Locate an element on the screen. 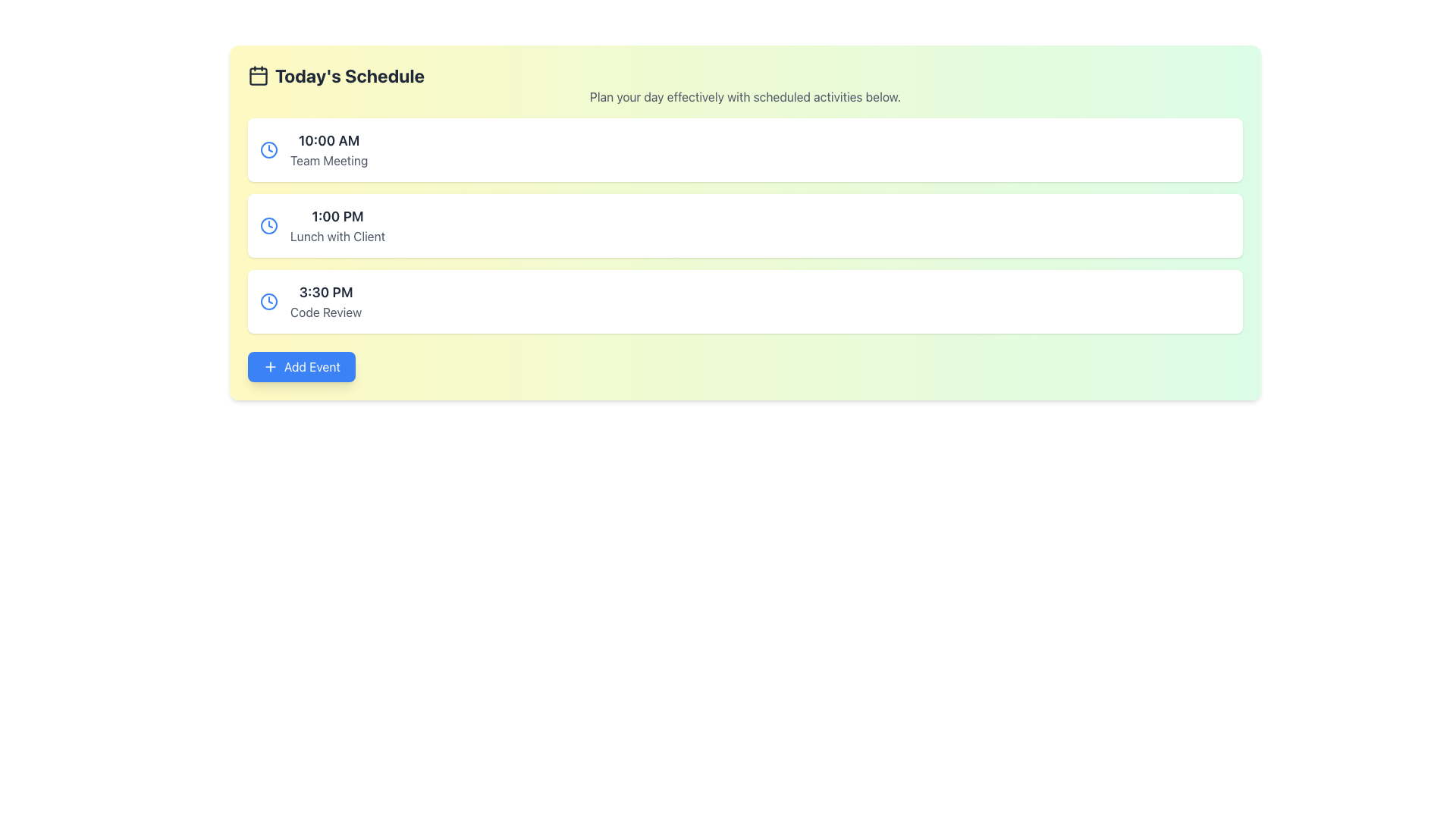  the informational display element showing '1:00 PM' and 'Lunch with Client' is located at coordinates (337, 225).